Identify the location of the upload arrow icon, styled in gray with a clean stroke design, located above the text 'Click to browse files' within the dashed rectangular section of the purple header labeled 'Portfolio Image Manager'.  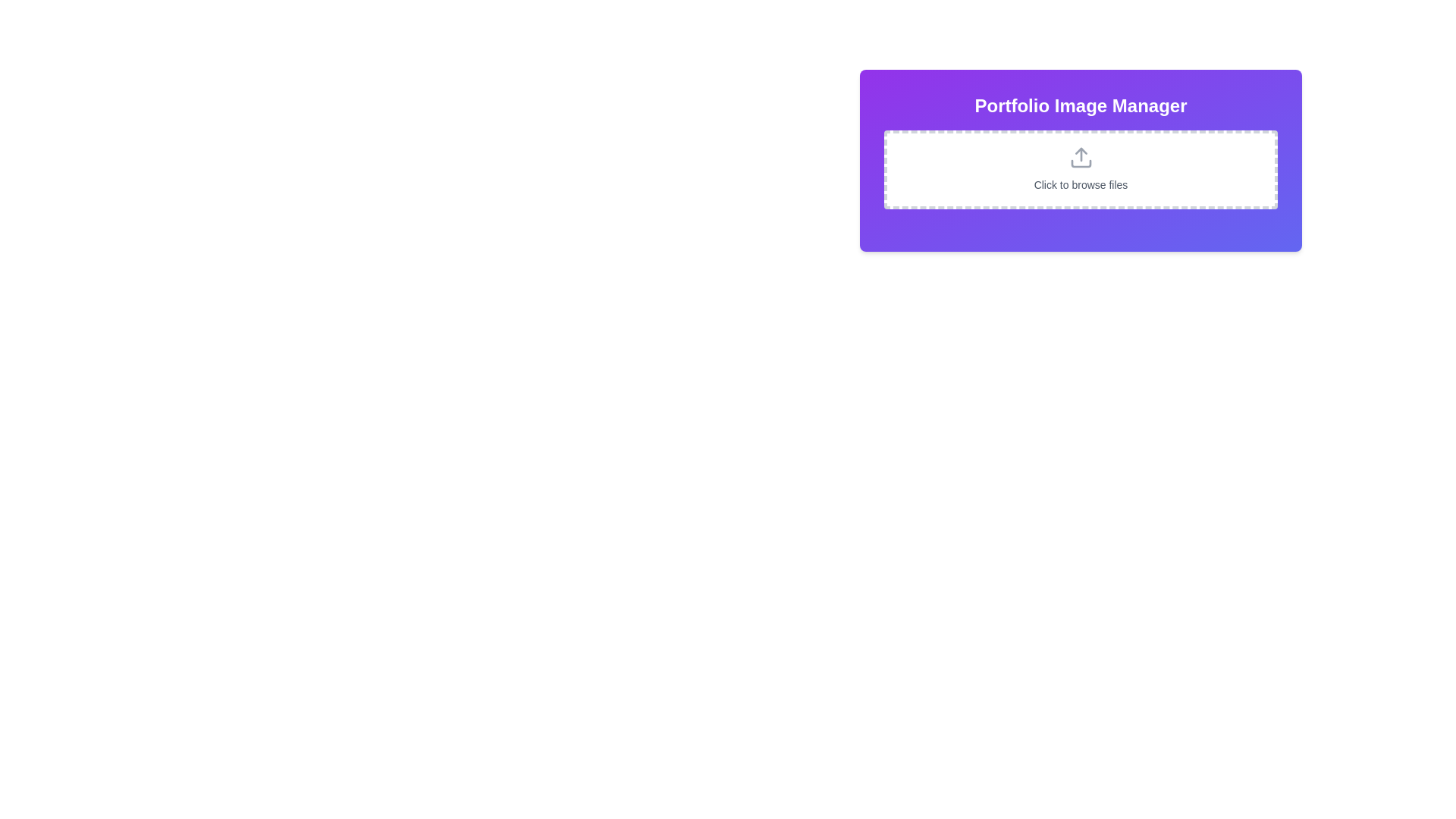
(1080, 158).